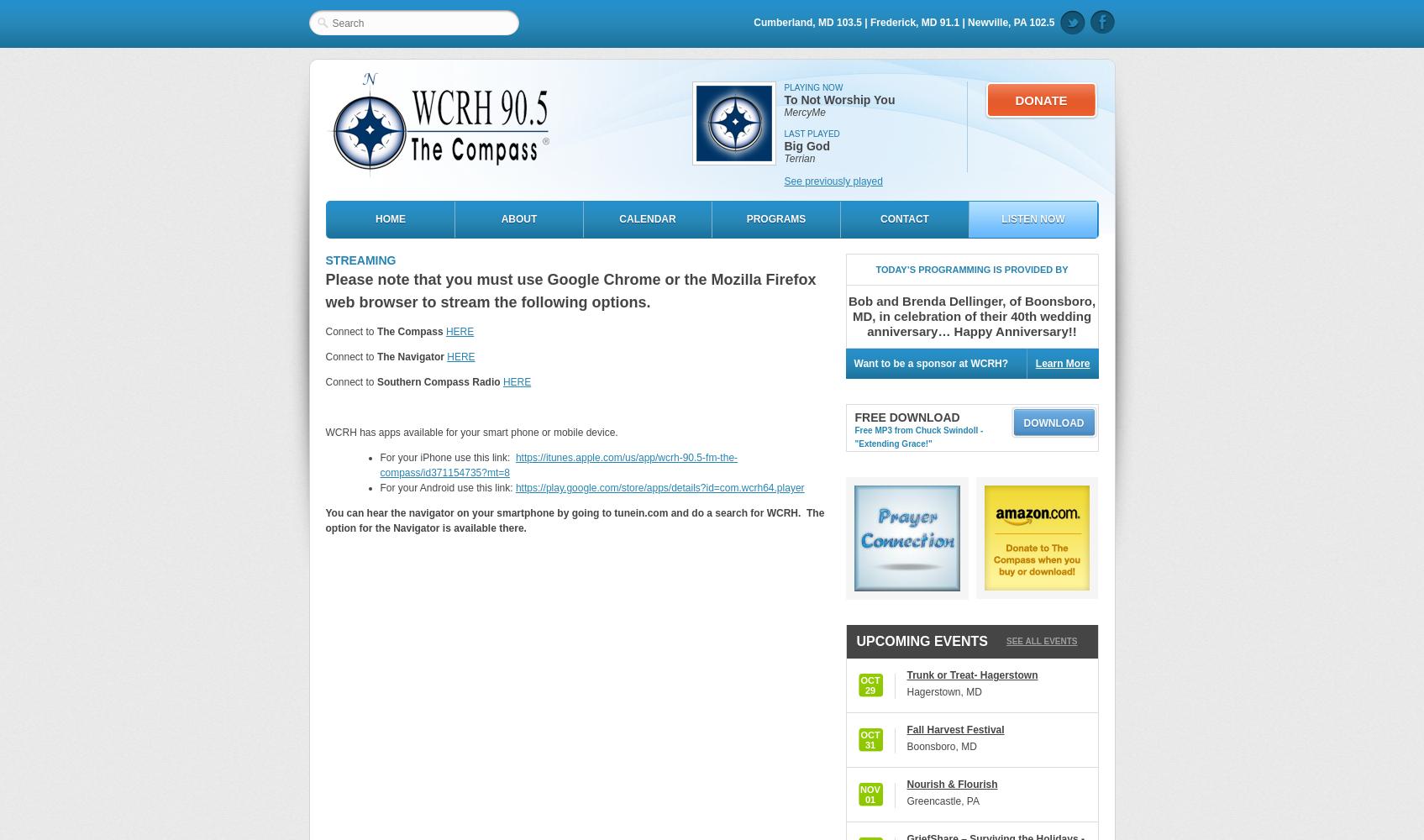  I want to click on 'Please note that you must use Google Chrome or the', so click(517, 279).